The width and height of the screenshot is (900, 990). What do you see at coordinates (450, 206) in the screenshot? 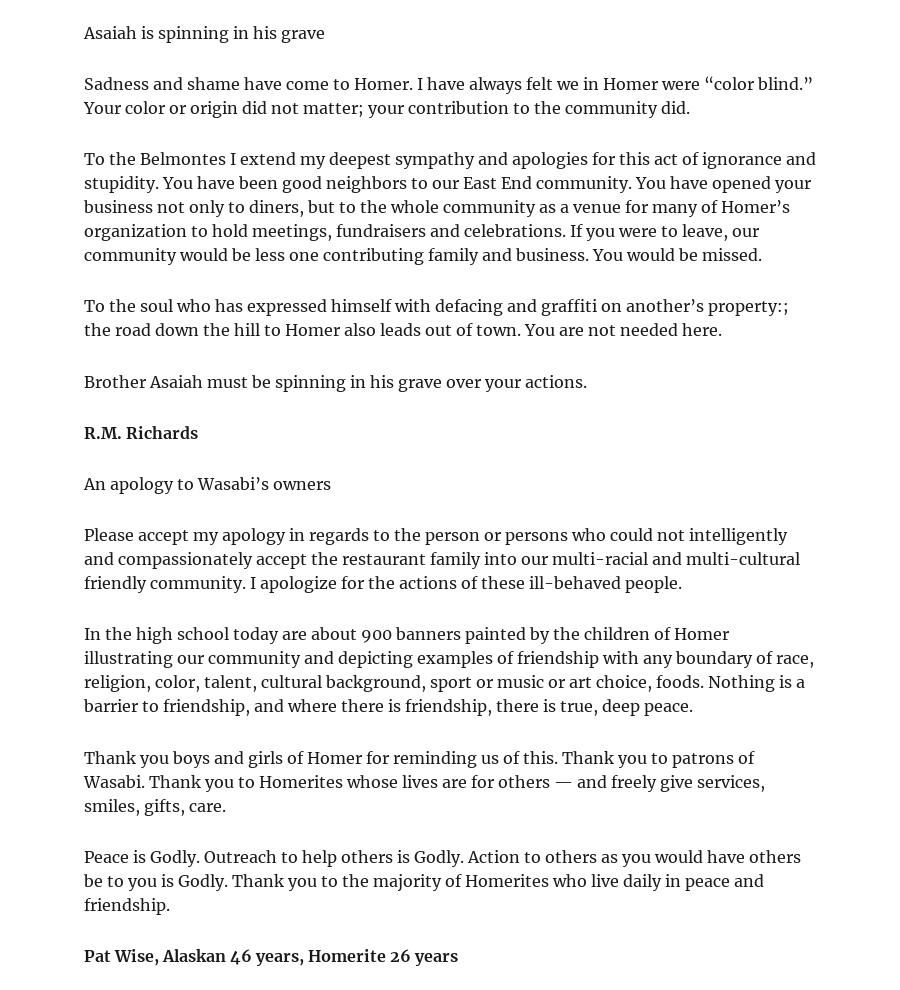
I see `'To the Belmontes I extend my deepest sympathy and apologies for this act of ignorance and stupidity. You have been good neighbors to our East End community. You have opened your business not only to diners, but to the whole community as a venue for many of Homer’s organization to hold meetings, fundraisers and celebrations. If you were to leave, our community would be less one contributing family and business. You would be missed.'` at bounding box center [450, 206].